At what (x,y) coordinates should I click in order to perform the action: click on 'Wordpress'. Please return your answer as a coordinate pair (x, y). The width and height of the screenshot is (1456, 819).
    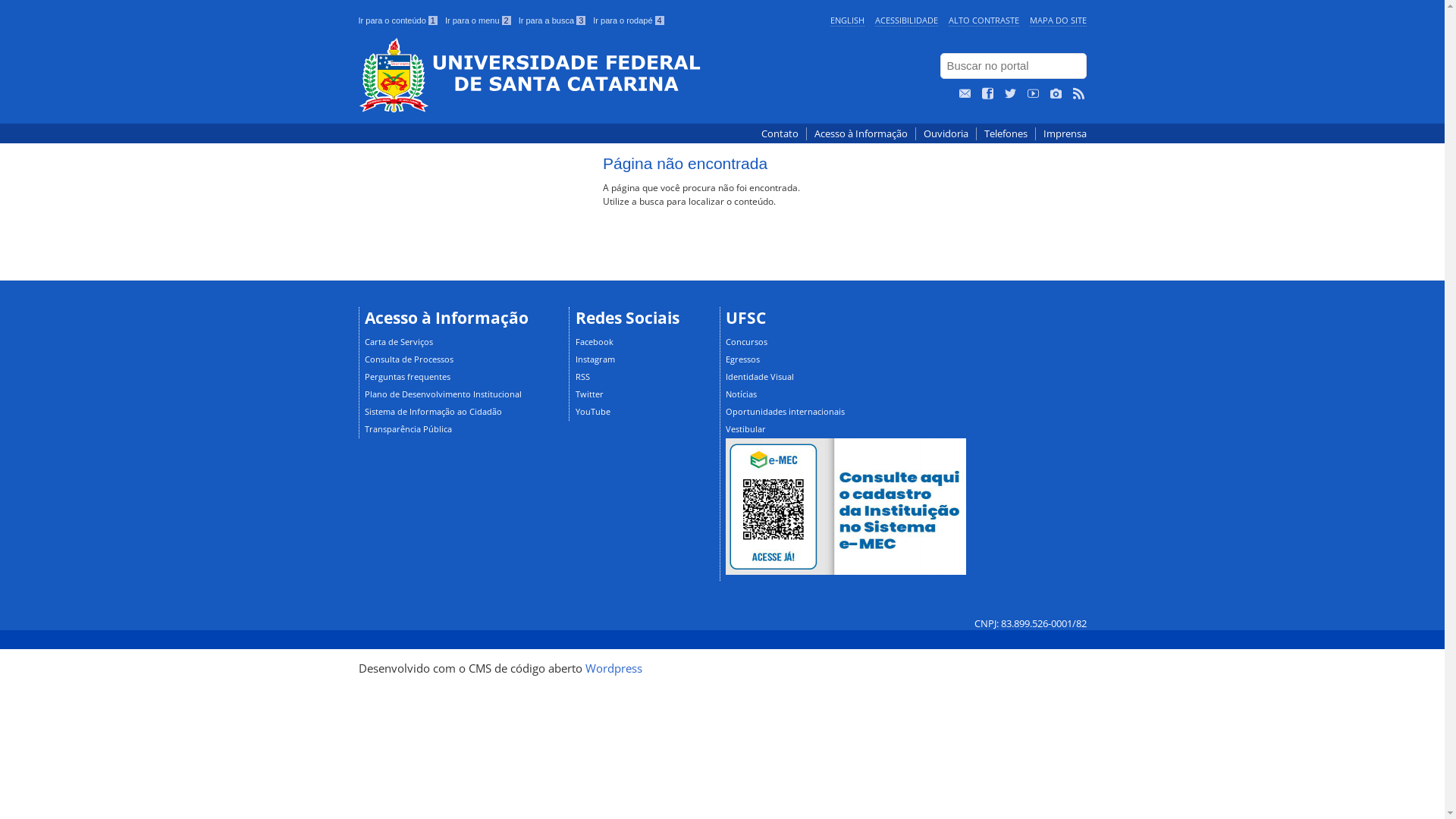
    Looking at the image, I should click on (613, 667).